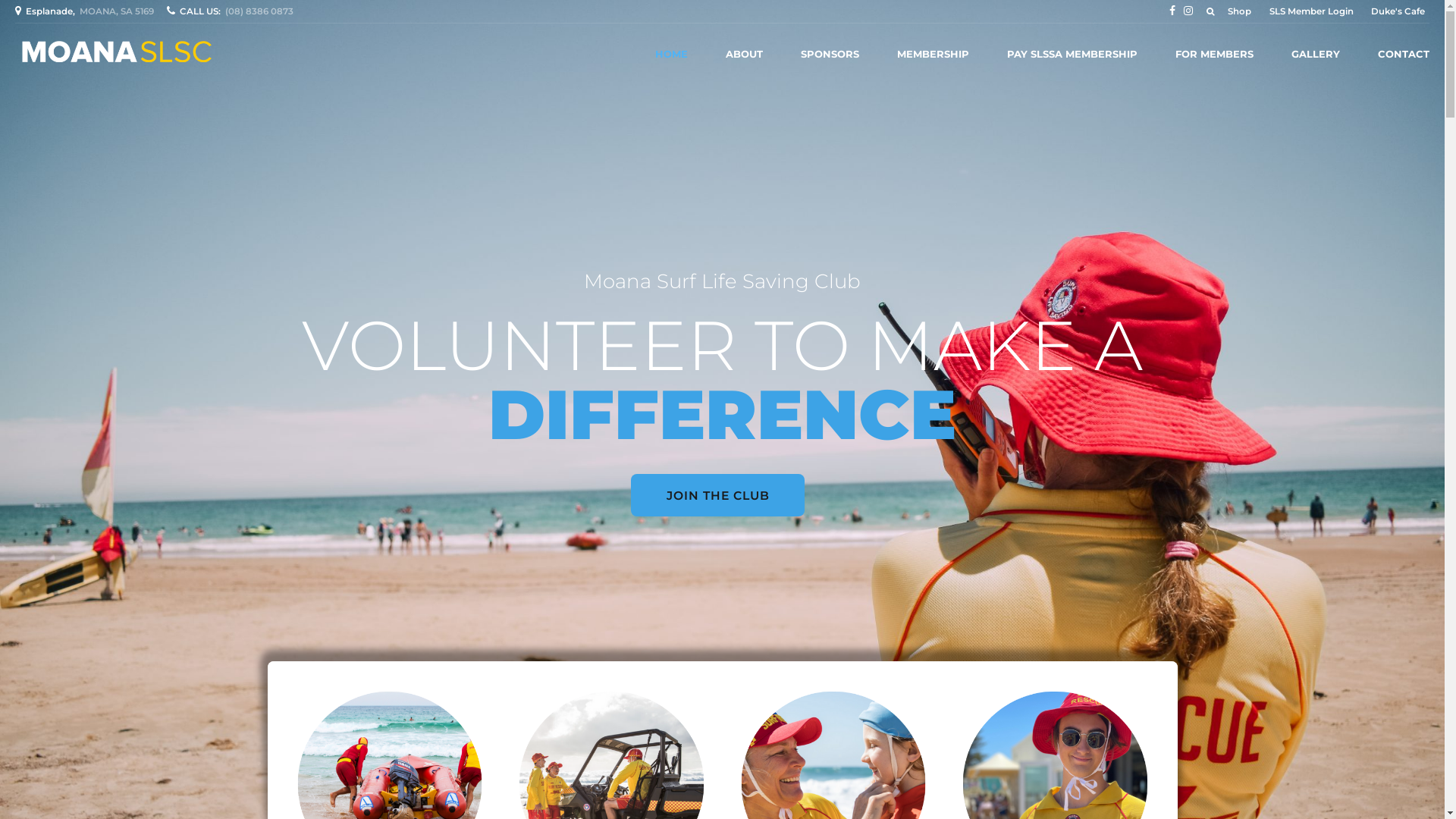 This screenshot has height=819, width=1456. I want to click on 'MEMBERSHIP', so click(932, 52).